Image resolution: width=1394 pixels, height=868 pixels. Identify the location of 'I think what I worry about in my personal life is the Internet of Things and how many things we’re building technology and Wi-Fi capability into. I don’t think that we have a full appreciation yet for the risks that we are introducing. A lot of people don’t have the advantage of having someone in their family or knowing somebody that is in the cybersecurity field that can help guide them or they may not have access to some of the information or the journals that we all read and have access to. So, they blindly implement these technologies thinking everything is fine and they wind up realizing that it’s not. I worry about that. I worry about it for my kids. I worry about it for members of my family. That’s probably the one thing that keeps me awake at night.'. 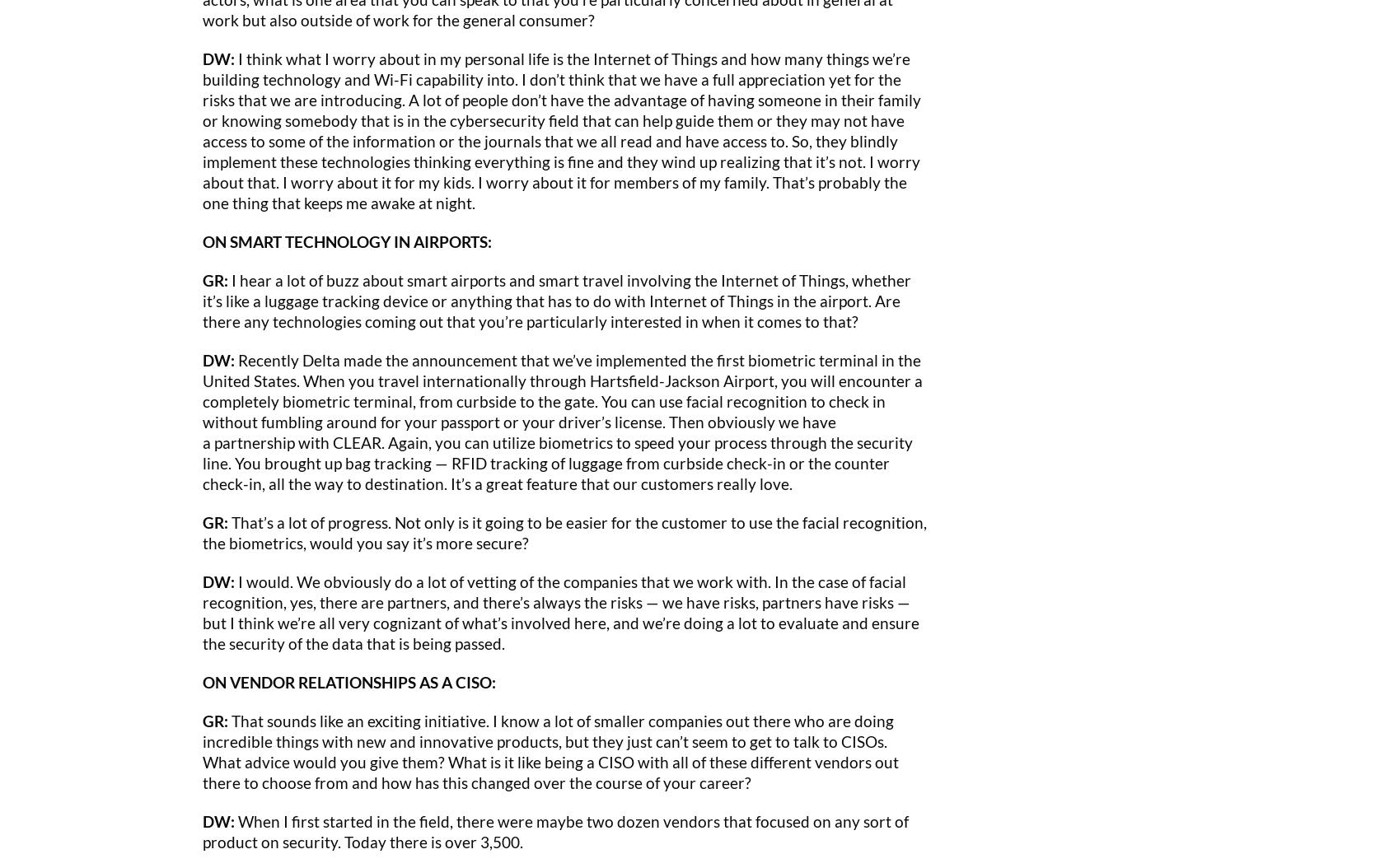
(562, 129).